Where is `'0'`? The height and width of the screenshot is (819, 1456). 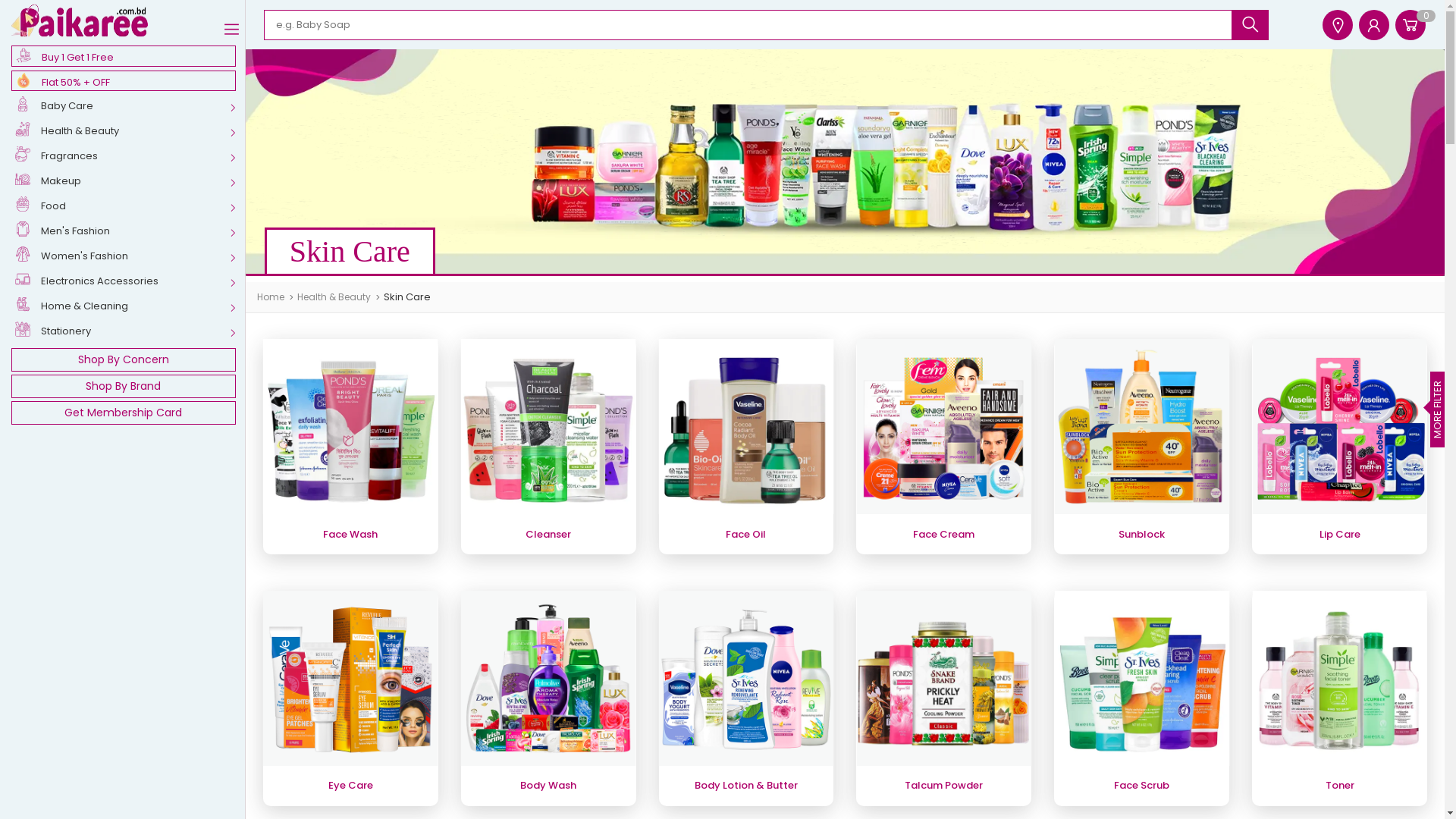 '0' is located at coordinates (1410, 25).